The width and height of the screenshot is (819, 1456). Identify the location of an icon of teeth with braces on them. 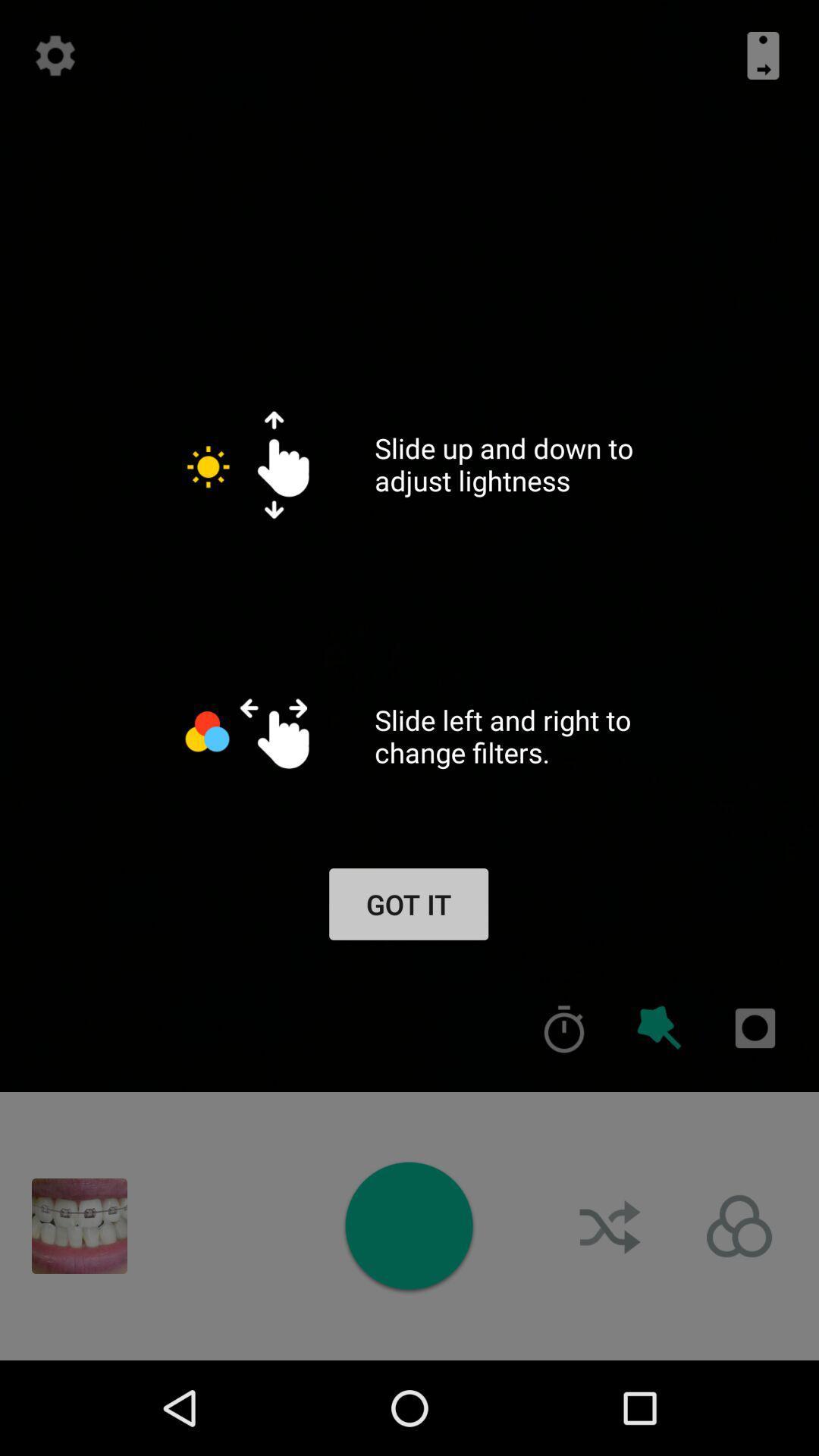
(79, 1226).